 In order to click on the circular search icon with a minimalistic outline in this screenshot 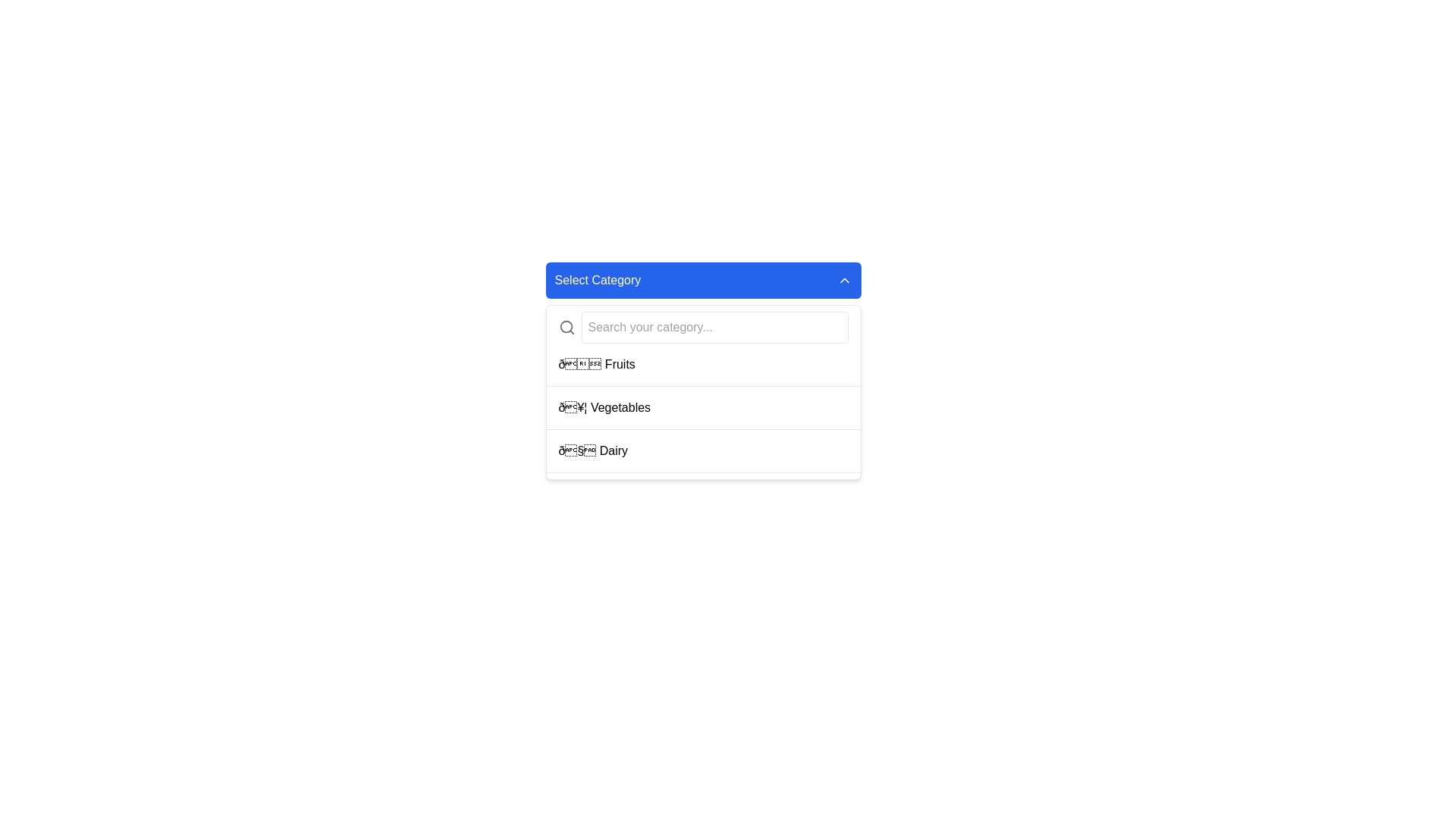, I will do `click(565, 326)`.